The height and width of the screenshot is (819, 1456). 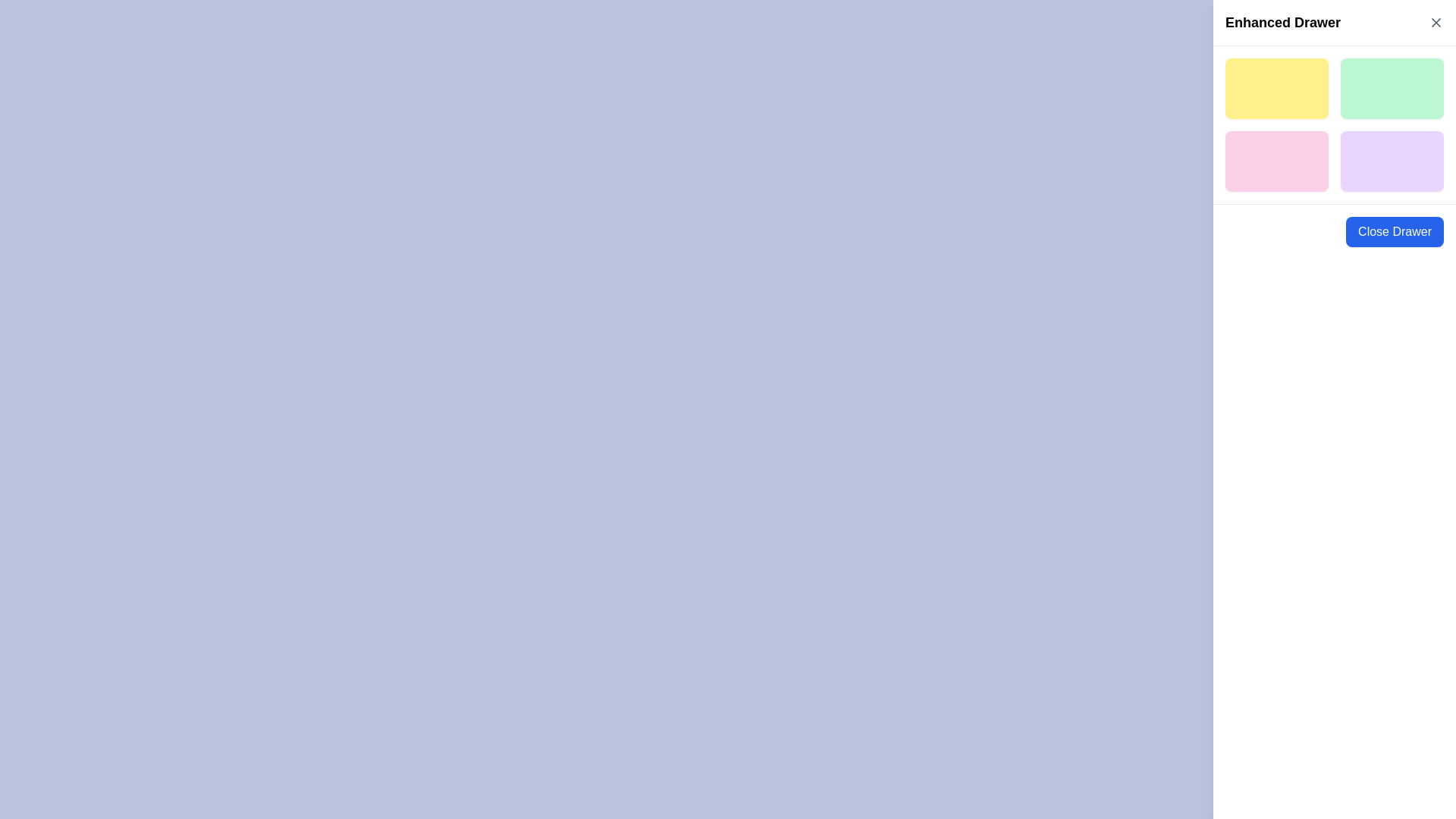 I want to click on the bold, large font header text displaying 'Enhanced Drawer', located at the top-right of the interface, which serves as the title for the section, so click(x=1282, y=23).